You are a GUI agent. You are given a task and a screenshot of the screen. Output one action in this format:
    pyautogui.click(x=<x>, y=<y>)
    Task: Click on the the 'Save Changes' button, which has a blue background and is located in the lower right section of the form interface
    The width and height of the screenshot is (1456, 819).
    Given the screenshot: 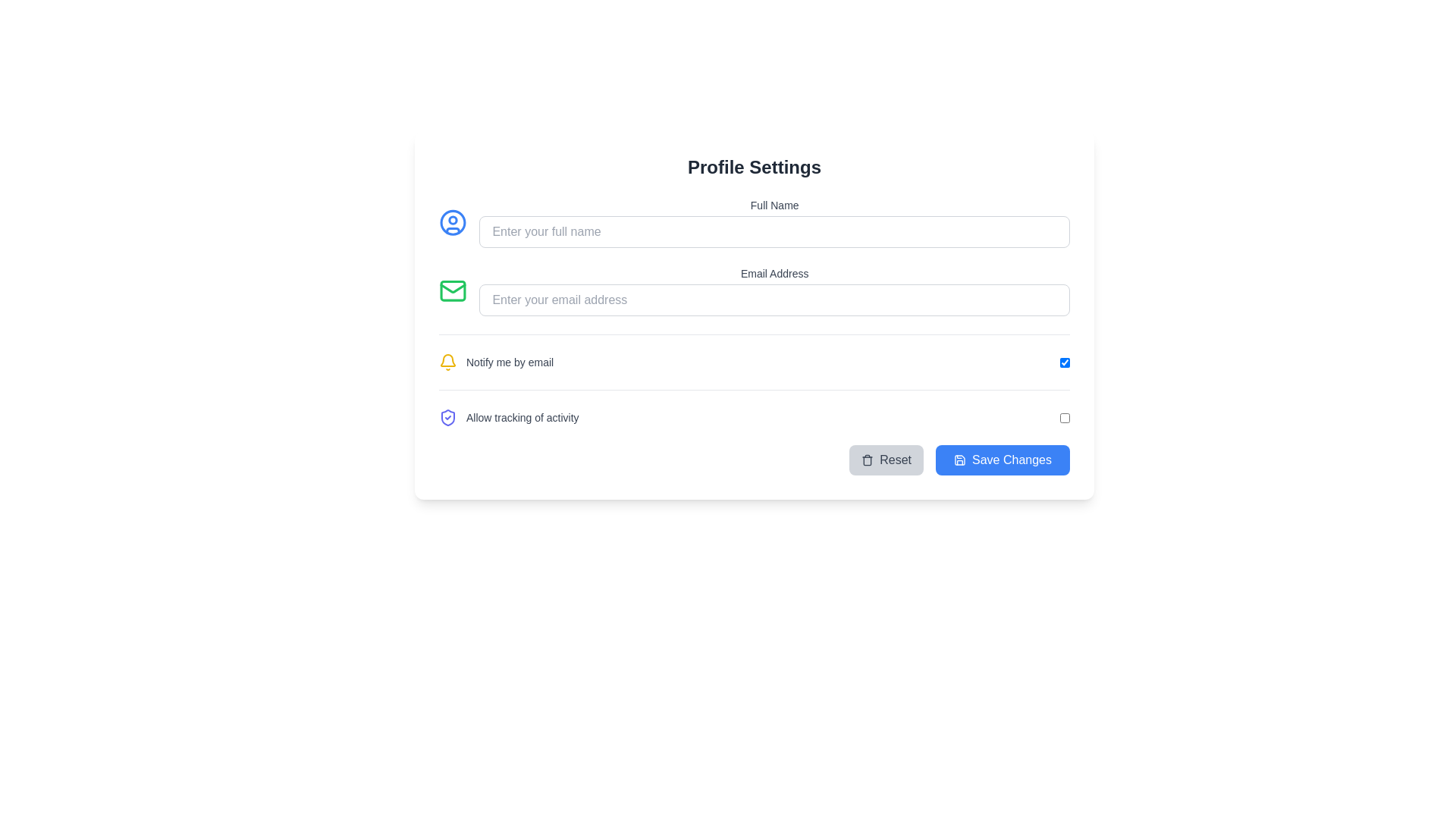 What is the action you would take?
    pyautogui.click(x=959, y=459)
    